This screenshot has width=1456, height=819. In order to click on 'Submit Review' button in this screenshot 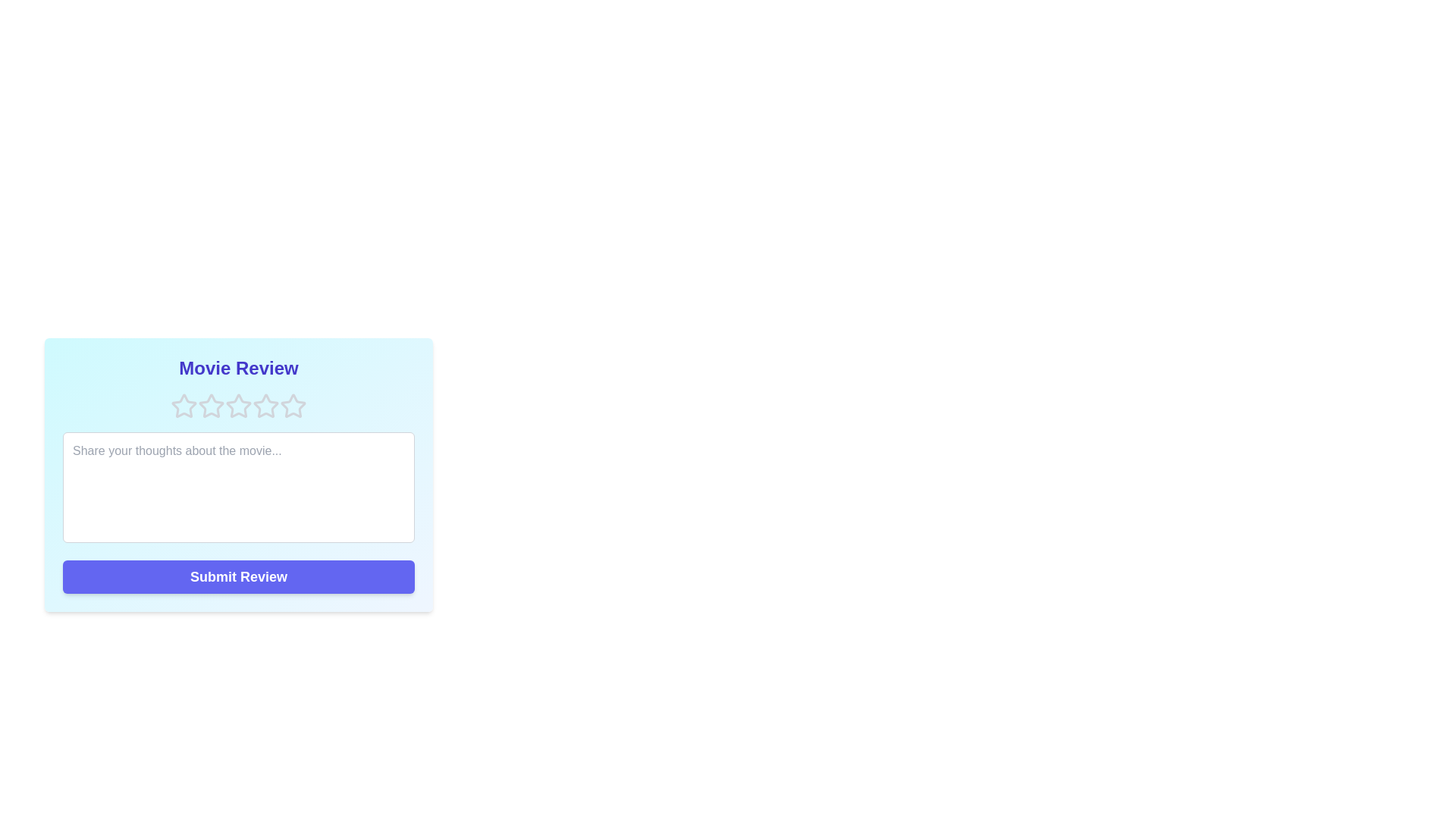, I will do `click(238, 576)`.